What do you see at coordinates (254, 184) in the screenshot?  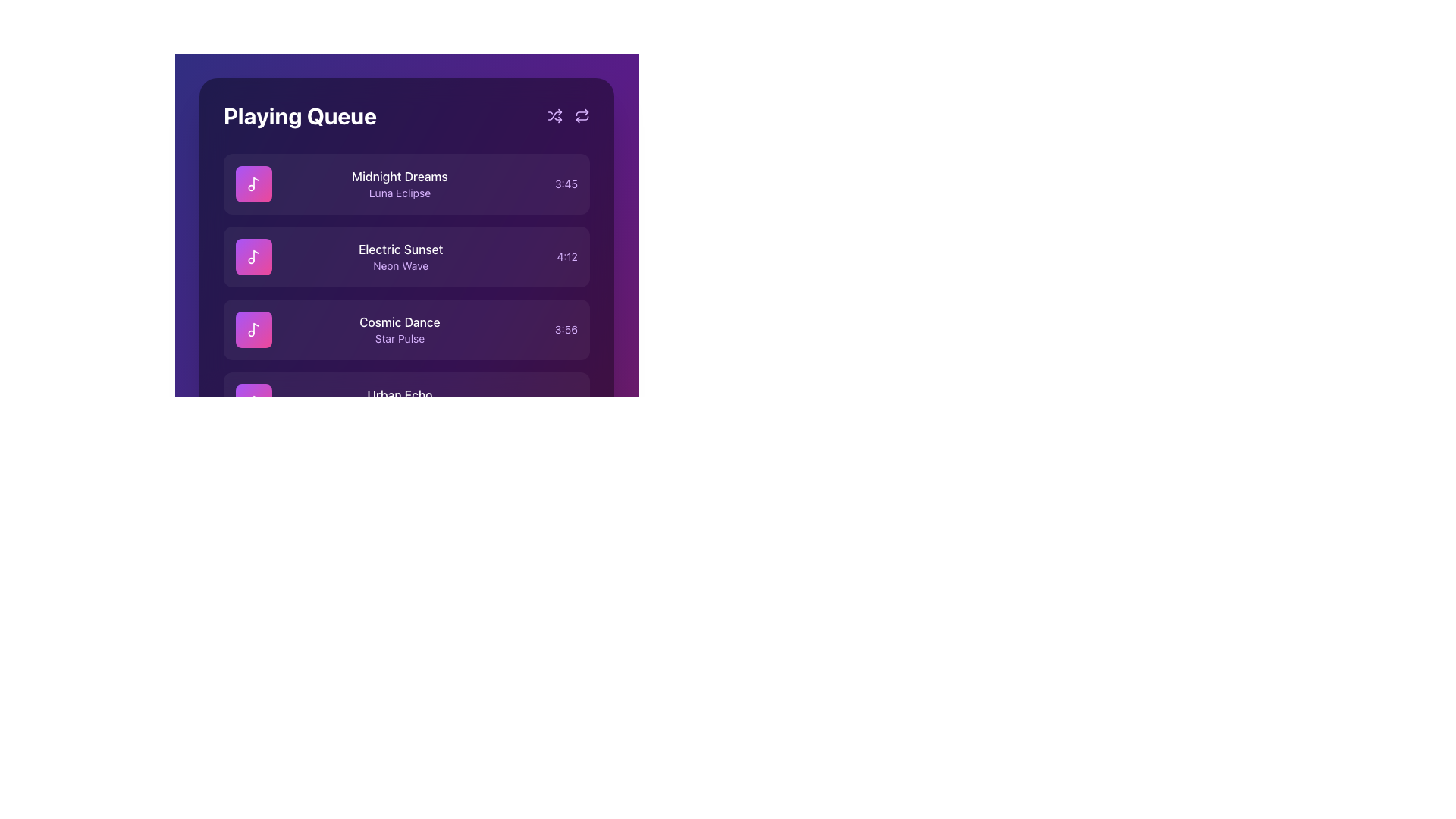 I see `the design of the square UI component with a gradient background from purple to pink, featuring a white music note icon, located in the 'Playing Queue' list before the texts 'Midnight Dreams' and 'Luna Eclipse'` at bounding box center [254, 184].